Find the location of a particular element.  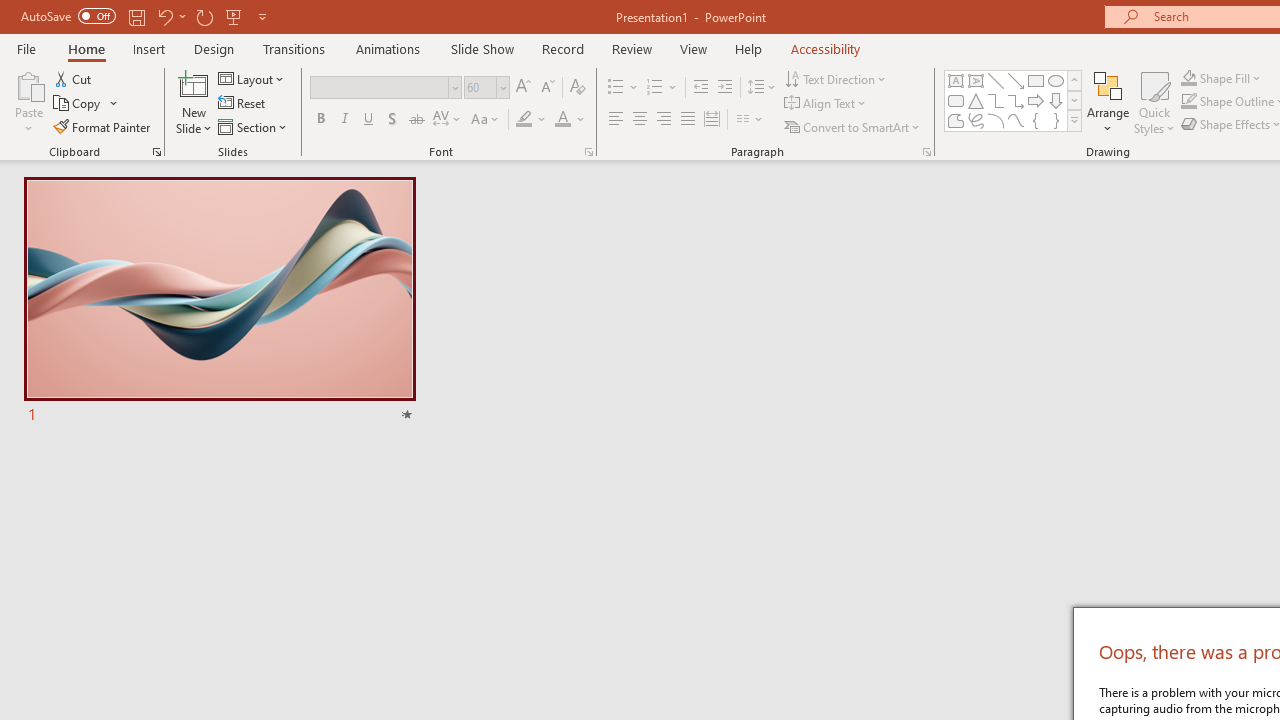

'Shape Fill Orange, Accent 2' is located at coordinates (1189, 77).